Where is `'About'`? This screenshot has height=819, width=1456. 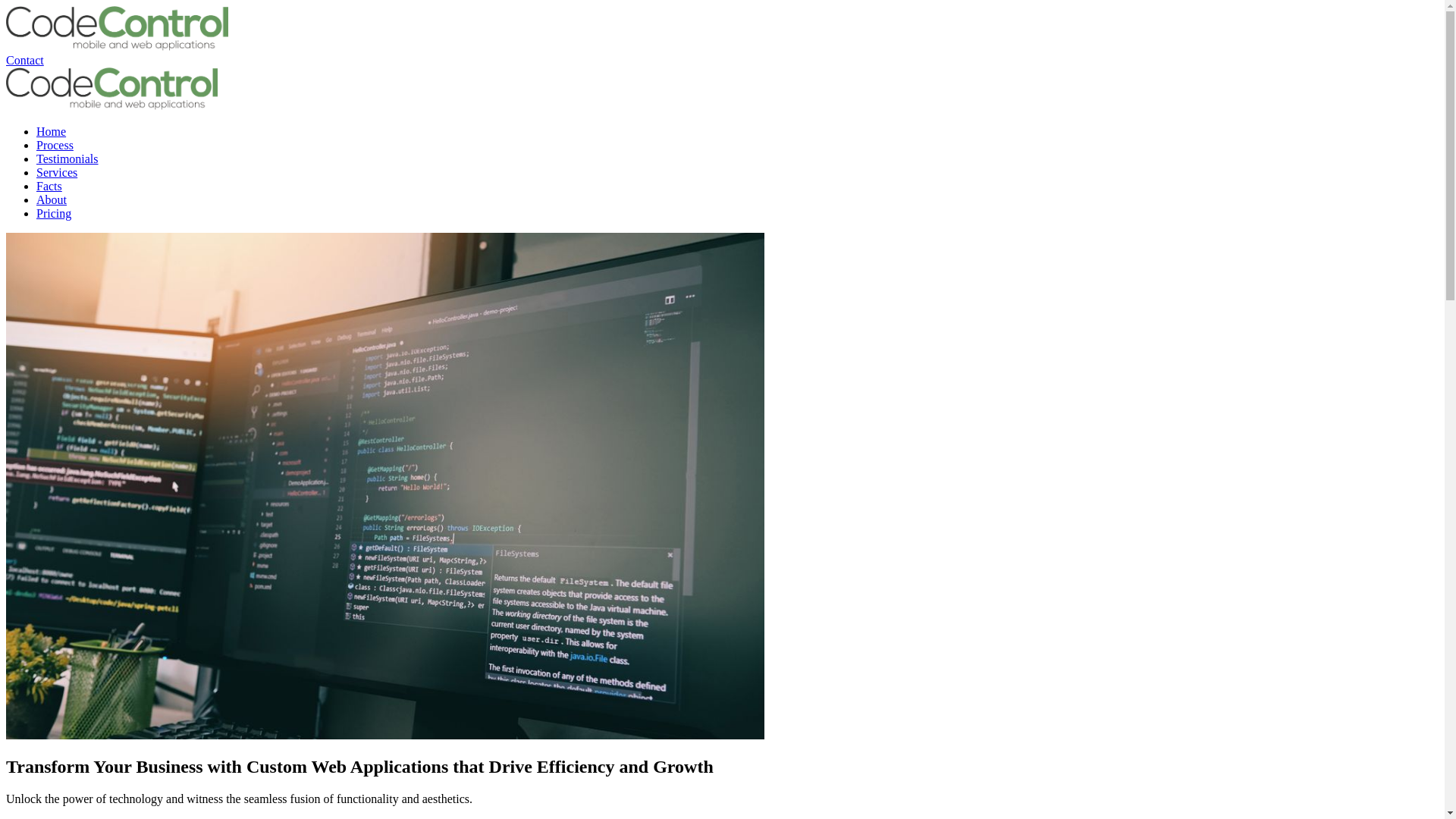
'About' is located at coordinates (51, 199).